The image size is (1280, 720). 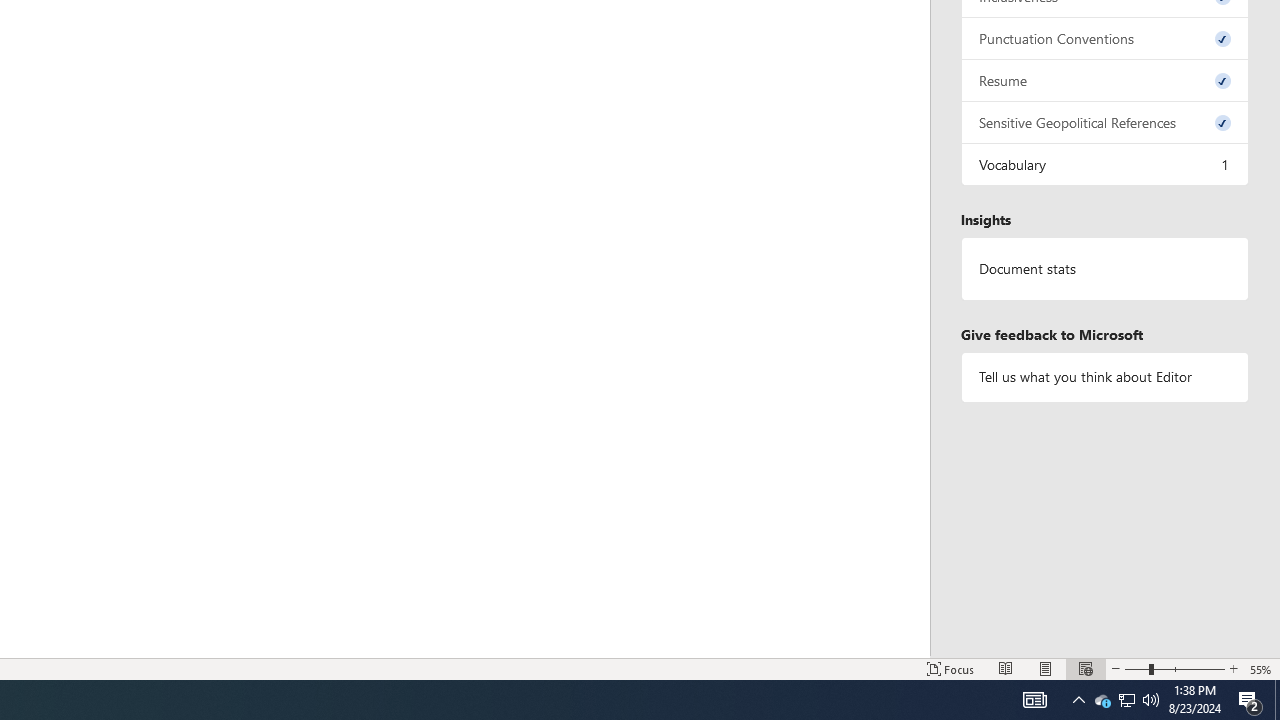 What do you see at coordinates (1104, 163) in the screenshot?
I see `'Vocabulary, 1 issue. Press space or enter to review items.'` at bounding box center [1104, 163].